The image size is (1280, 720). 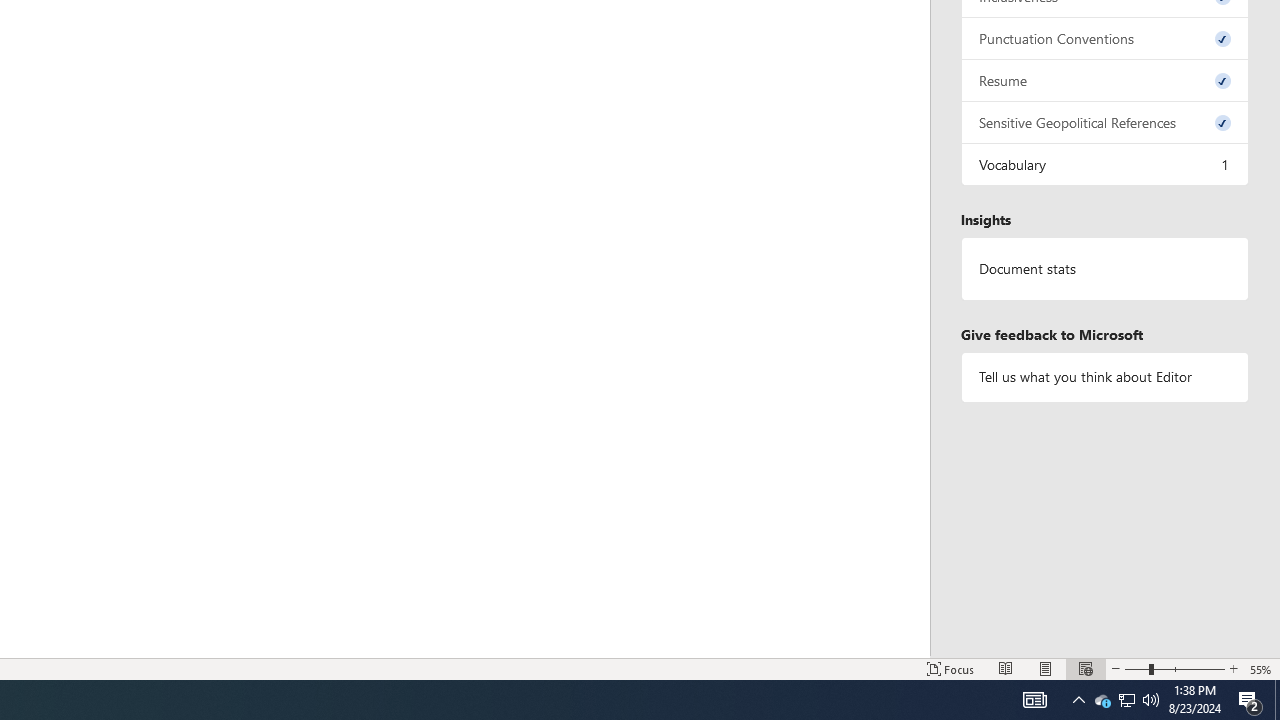 What do you see at coordinates (1104, 163) in the screenshot?
I see `'Vocabulary, 1 issue. Press space or enter to review items.'` at bounding box center [1104, 163].